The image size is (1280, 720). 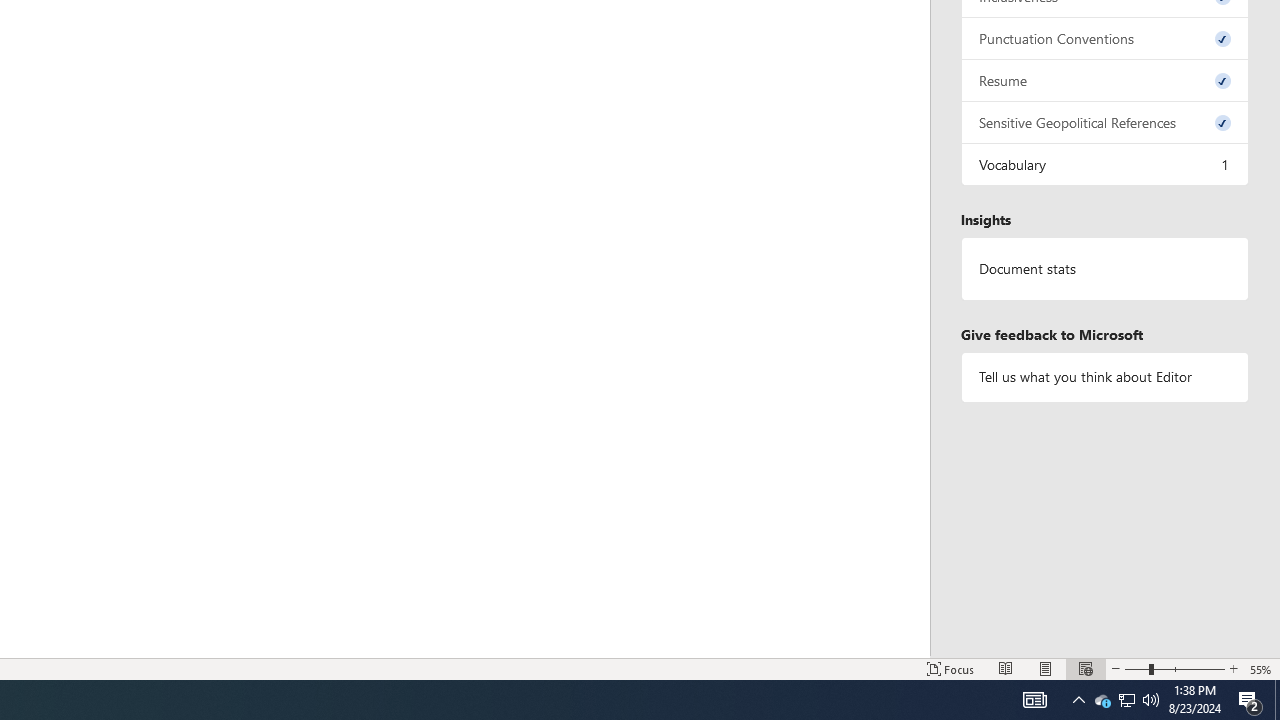 What do you see at coordinates (1104, 163) in the screenshot?
I see `'Vocabulary, 1 issue. Press space or enter to review items.'` at bounding box center [1104, 163].